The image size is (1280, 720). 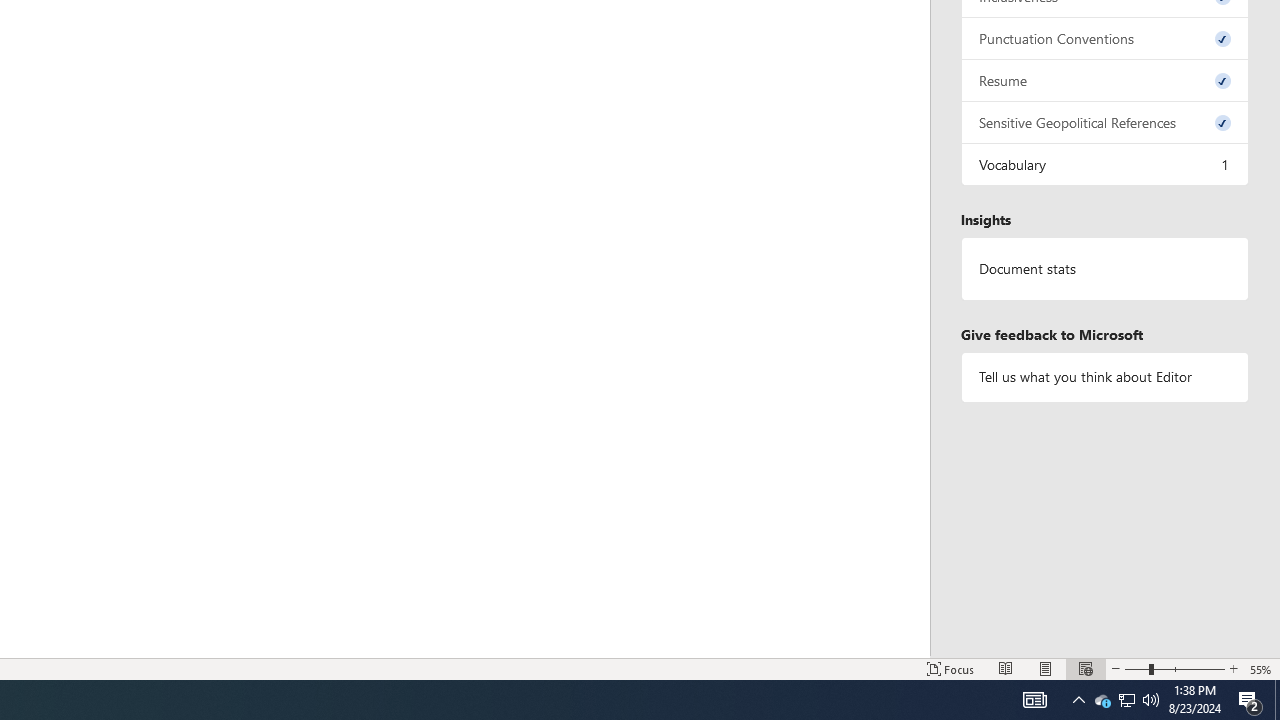 What do you see at coordinates (1104, 163) in the screenshot?
I see `'Vocabulary, 1 issue. Press space or enter to review items.'` at bounding box center [1104, 163].